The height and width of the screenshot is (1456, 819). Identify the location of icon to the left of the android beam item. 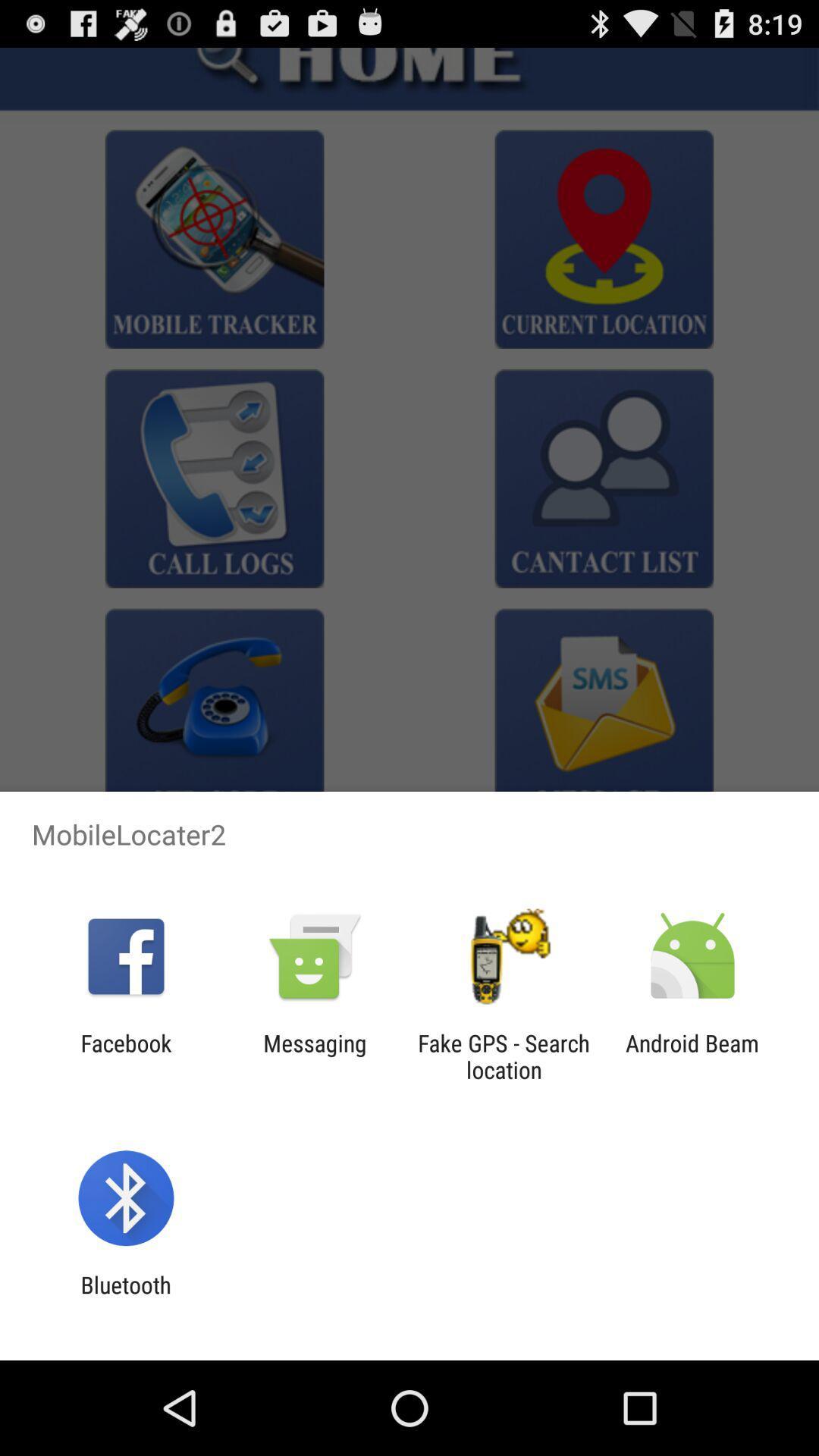
(504, 1056).